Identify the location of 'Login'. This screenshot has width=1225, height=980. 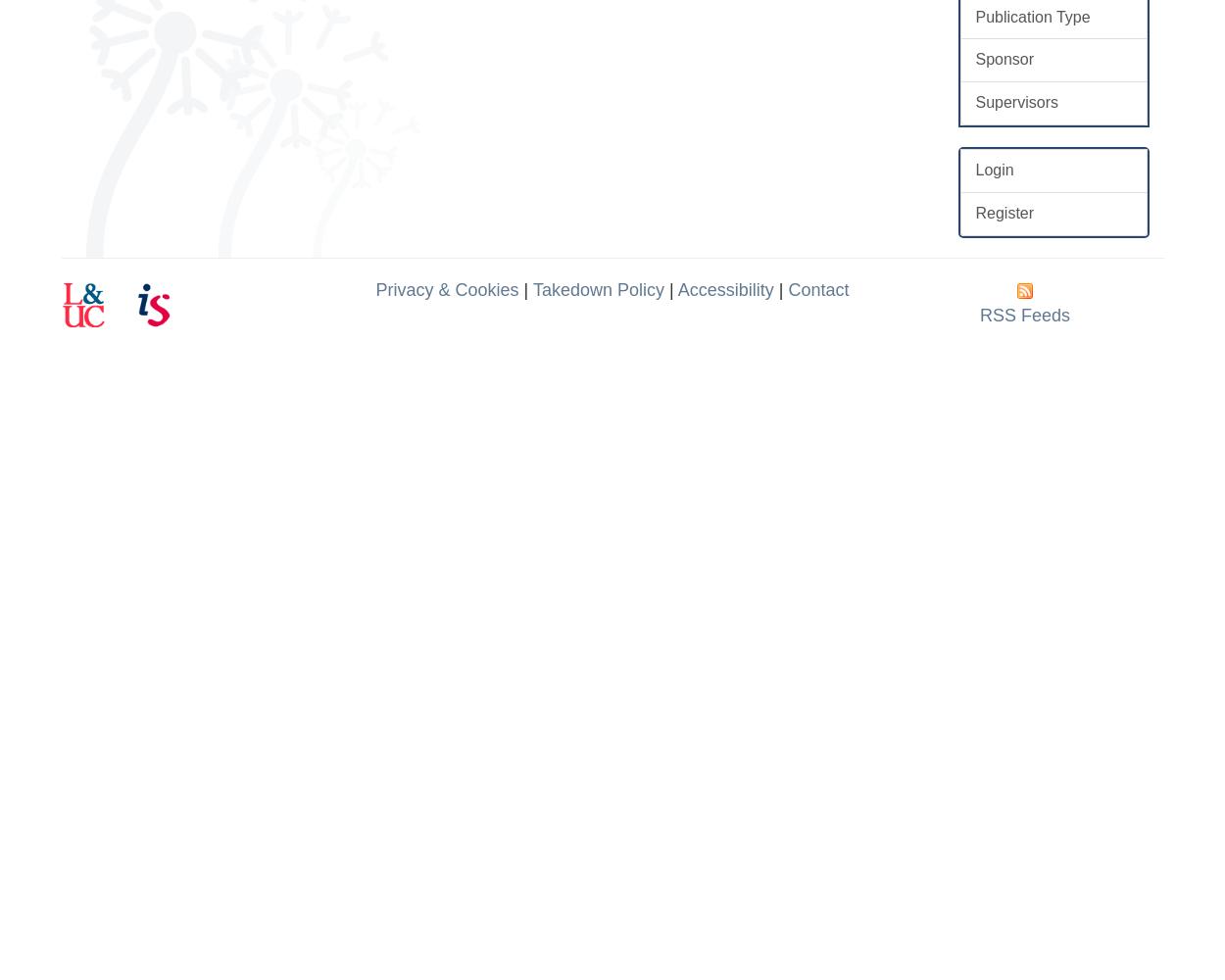
(994, 170).